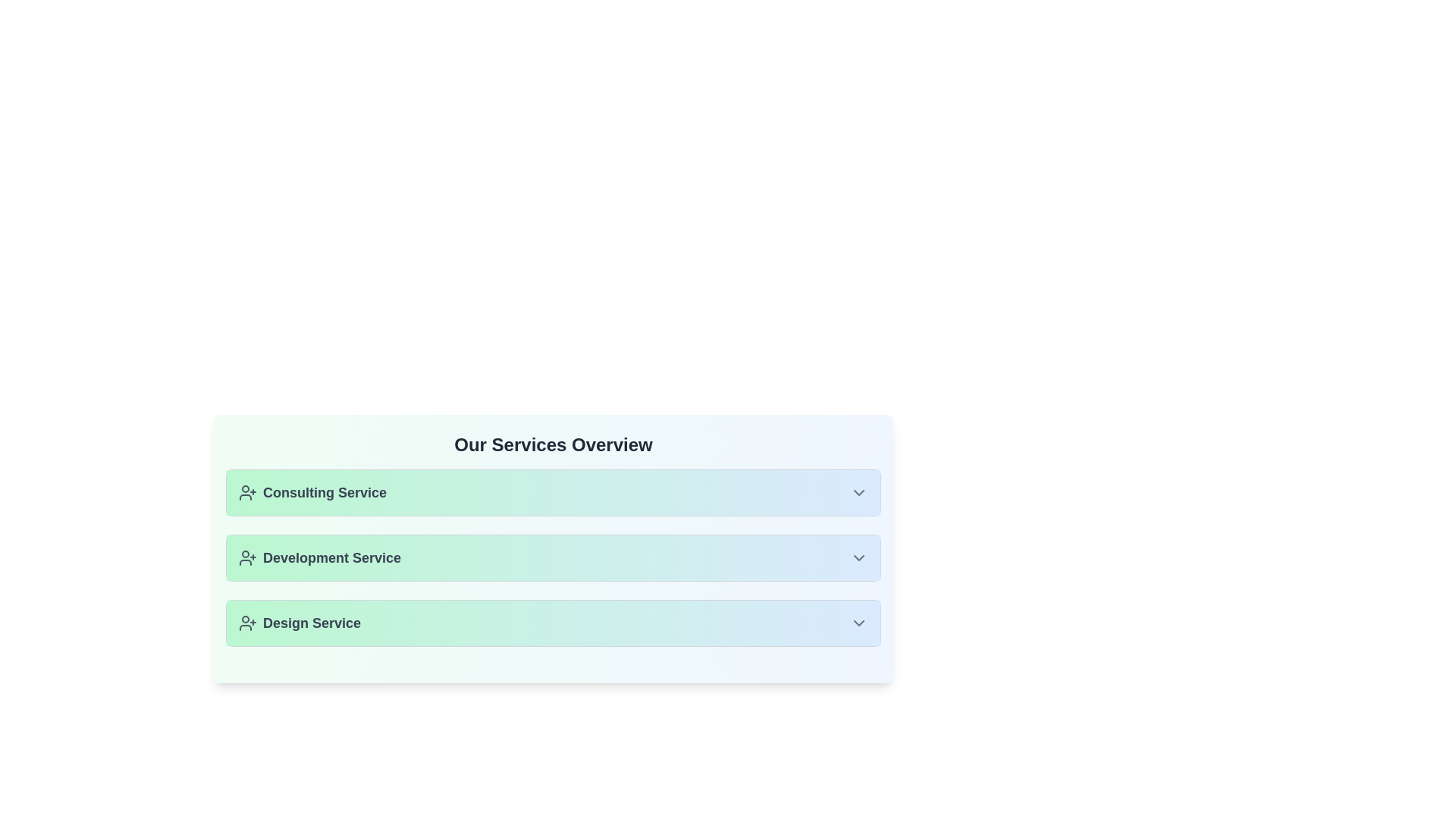 This screenshot has height=819, width=1456. What do you see at coordinates (247, 493) in the screenshot?
I see `the icon representing 'adding a user or consulting service' located to the left of the text 'Consulting Service' in the first item of the 'Our Services Overview' list` at bounding box center [247, 493].